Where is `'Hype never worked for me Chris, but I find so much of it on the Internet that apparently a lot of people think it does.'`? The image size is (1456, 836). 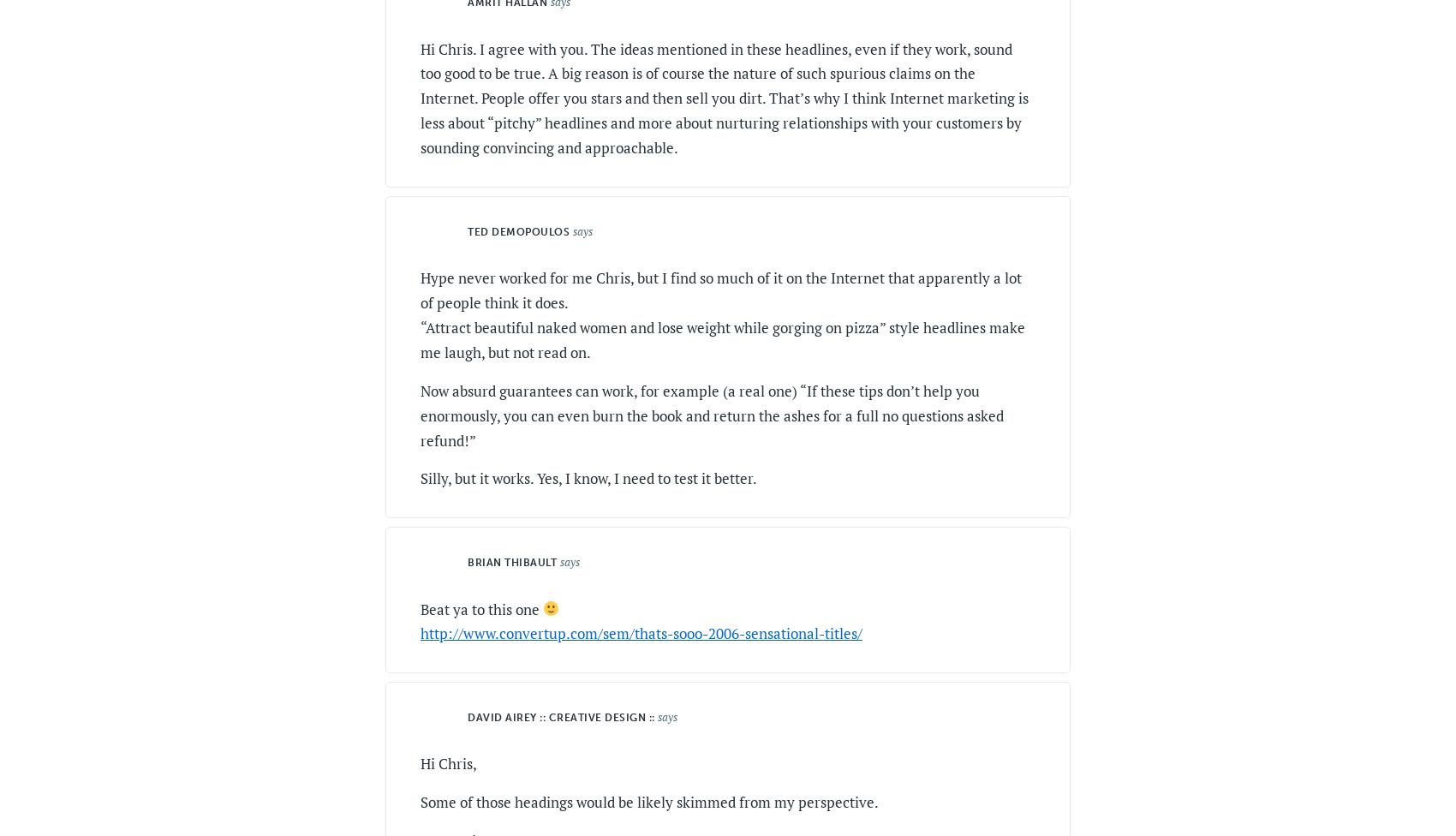 'Hype never worked for me Chris, but I find so much of it on the Internet that apparently a lot of people think it does.' is located at coordinates (720, 290).